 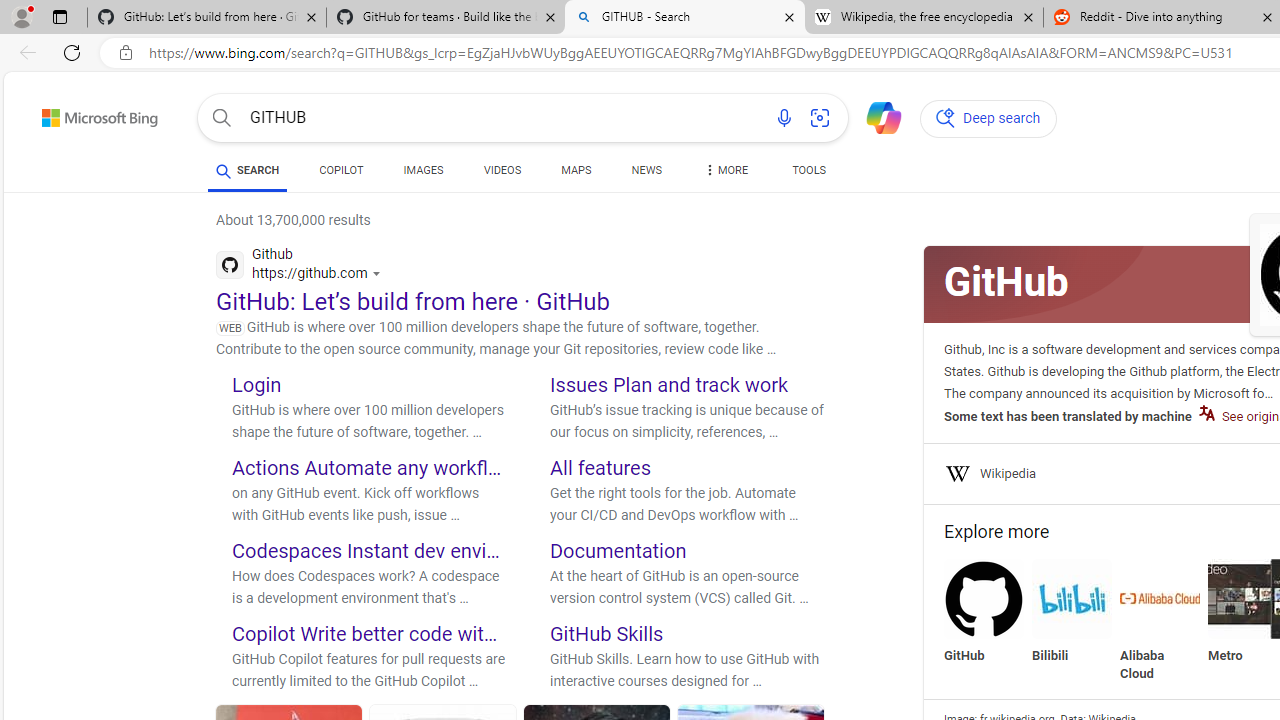 What do you see at coordinates (684, 17) in the screenshot?
I see `'GITHUB - Search'` at bounding box center [684, 17].